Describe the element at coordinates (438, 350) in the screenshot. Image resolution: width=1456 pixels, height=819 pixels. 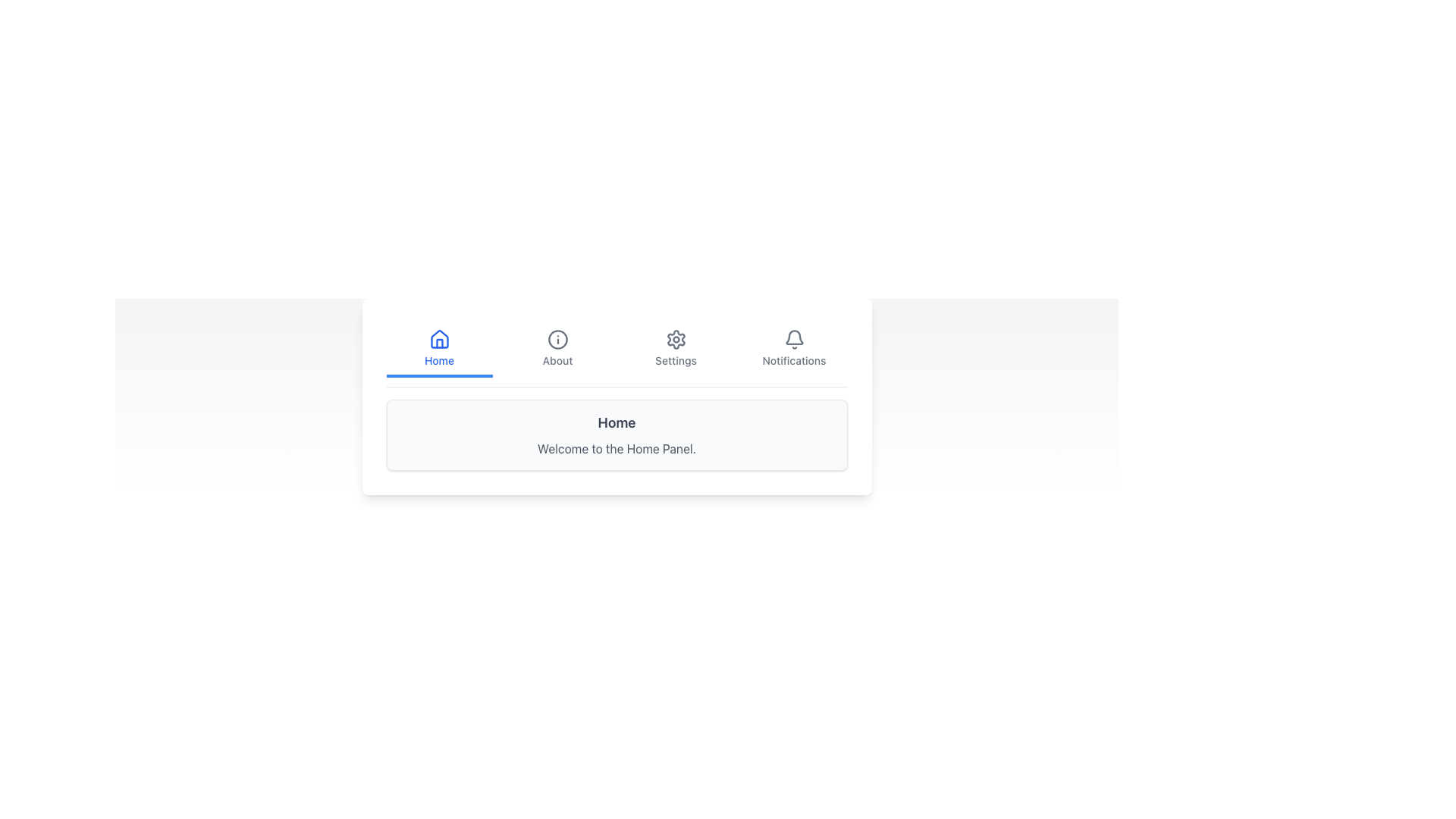
I see `the 'Home' button in the horizontal navigation bar to trigger the scaling hover effect` at that location.